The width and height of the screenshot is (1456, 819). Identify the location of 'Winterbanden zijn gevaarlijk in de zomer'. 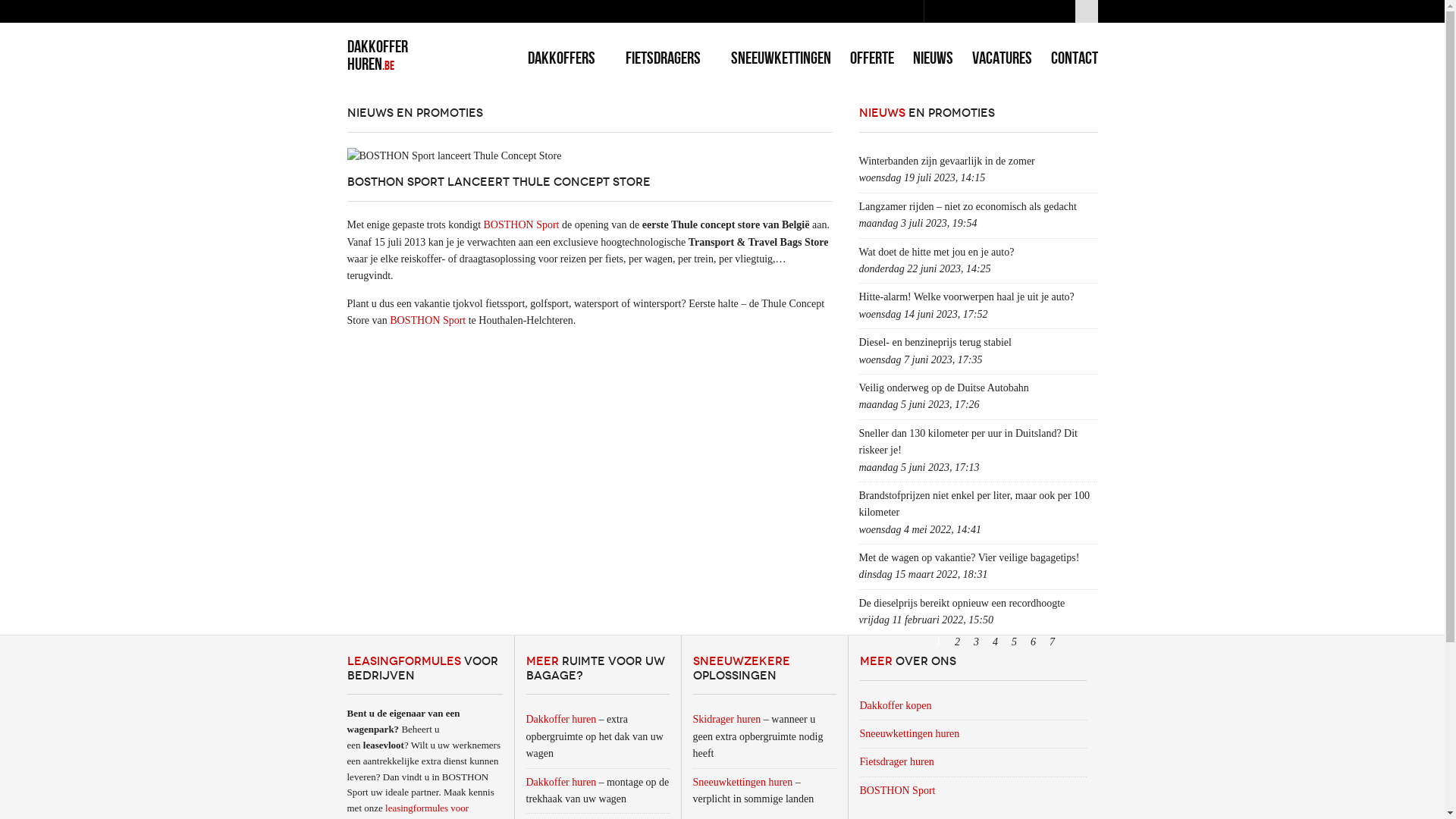
(946, 161).